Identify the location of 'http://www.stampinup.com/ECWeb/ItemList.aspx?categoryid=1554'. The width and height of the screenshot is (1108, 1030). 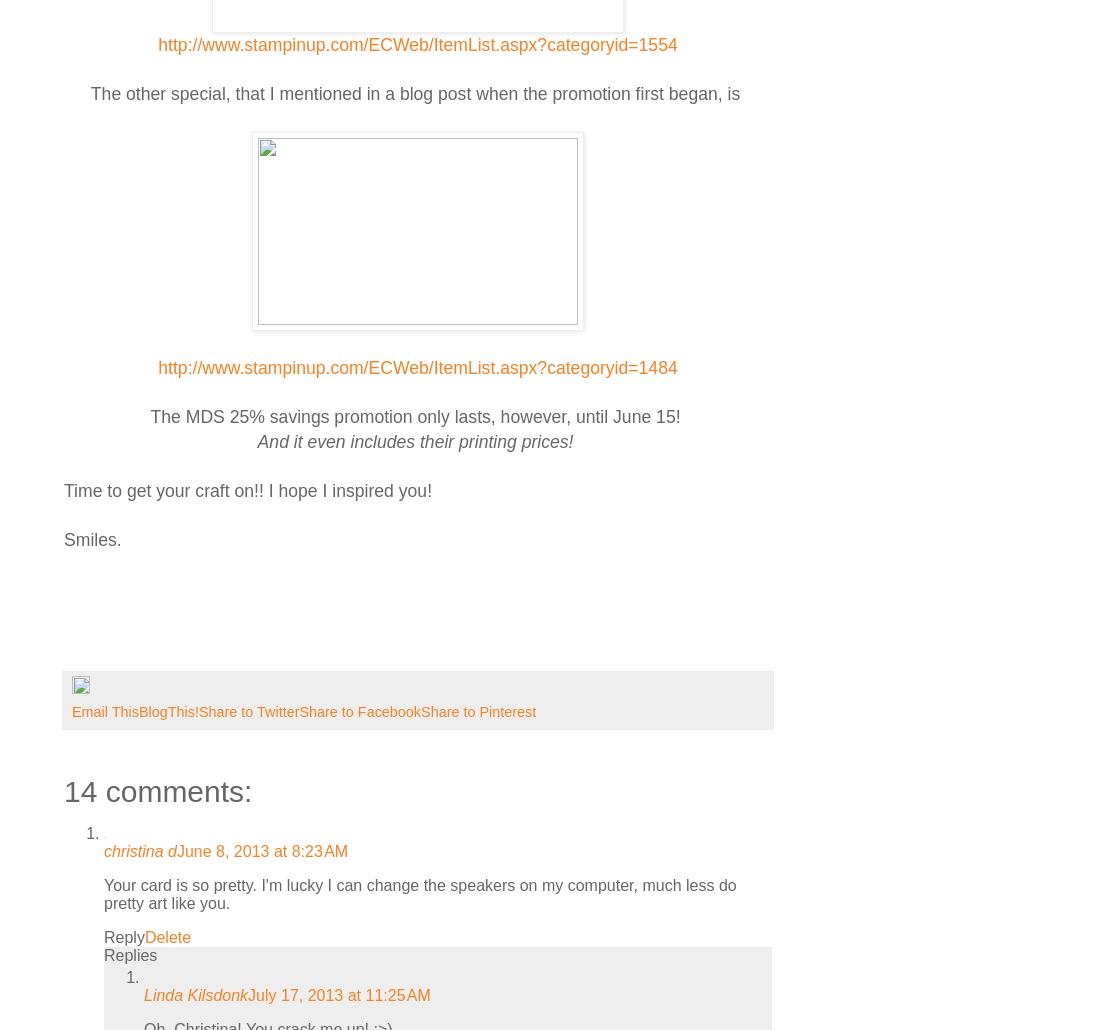
(416, 45).